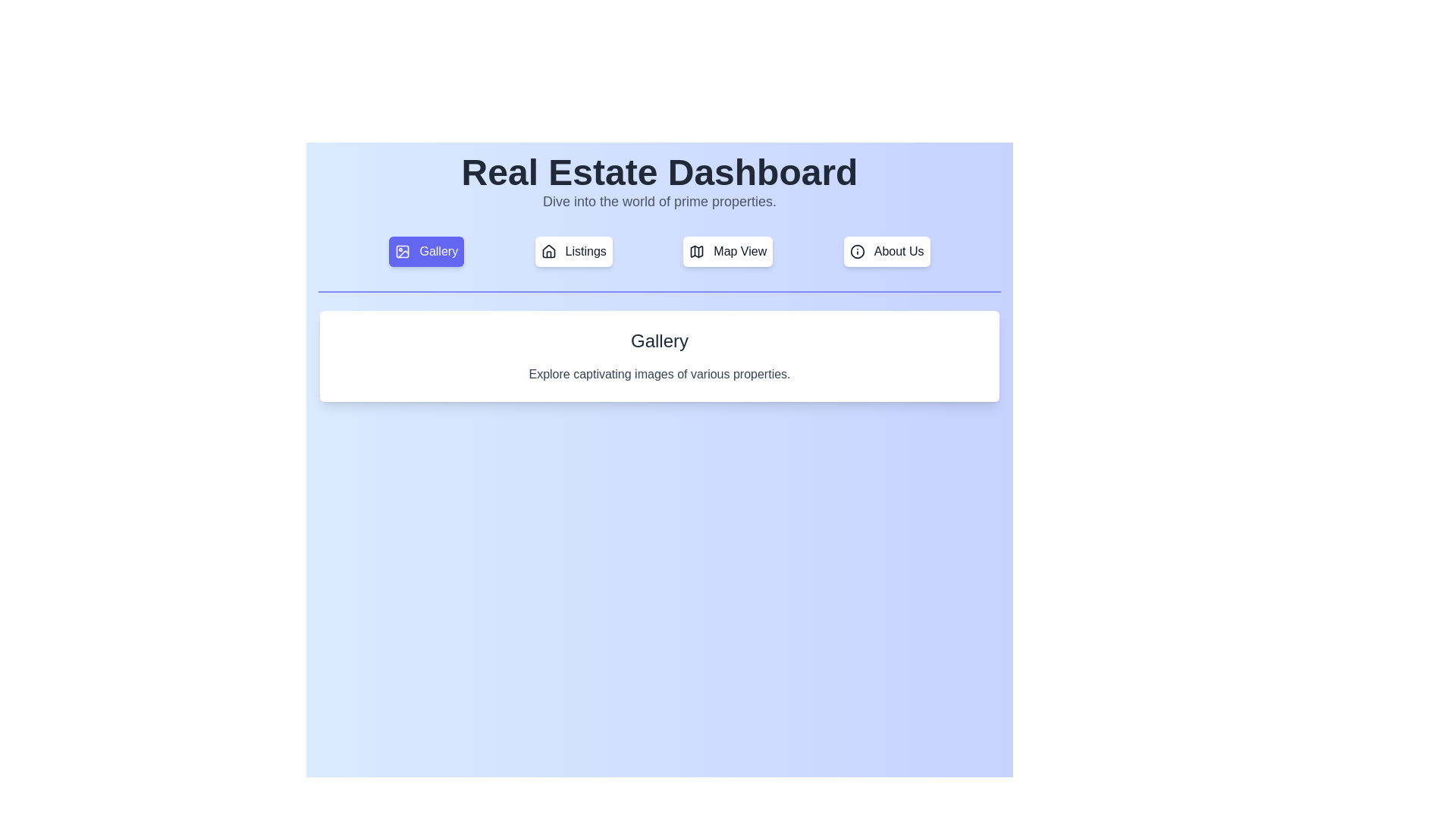 The width and height of the screenshot is (1456, 819). I want to click on the tab labeled Map View, so click(728, 250).